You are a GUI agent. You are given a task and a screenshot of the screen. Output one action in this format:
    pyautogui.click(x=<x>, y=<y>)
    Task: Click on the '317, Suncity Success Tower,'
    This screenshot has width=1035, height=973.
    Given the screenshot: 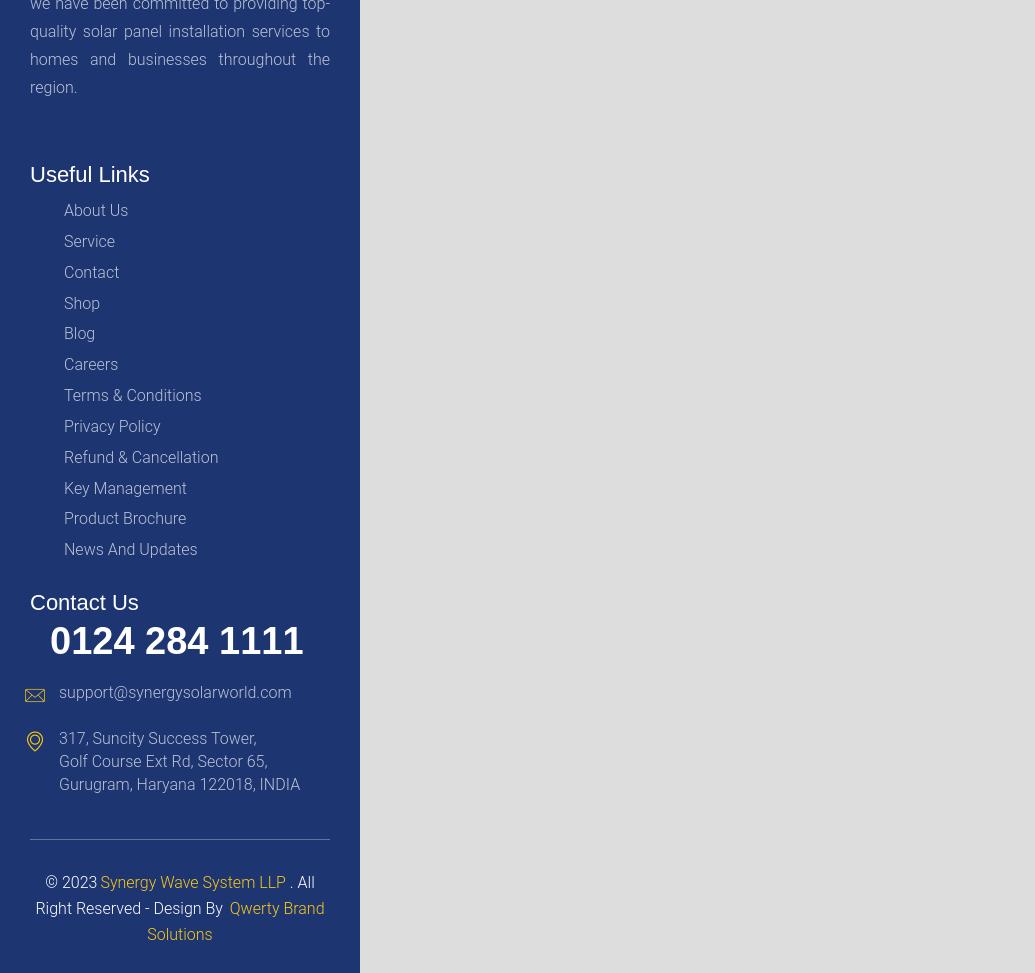 What is the action you would take?
    pyautogui.click(x=157, y=737)
    